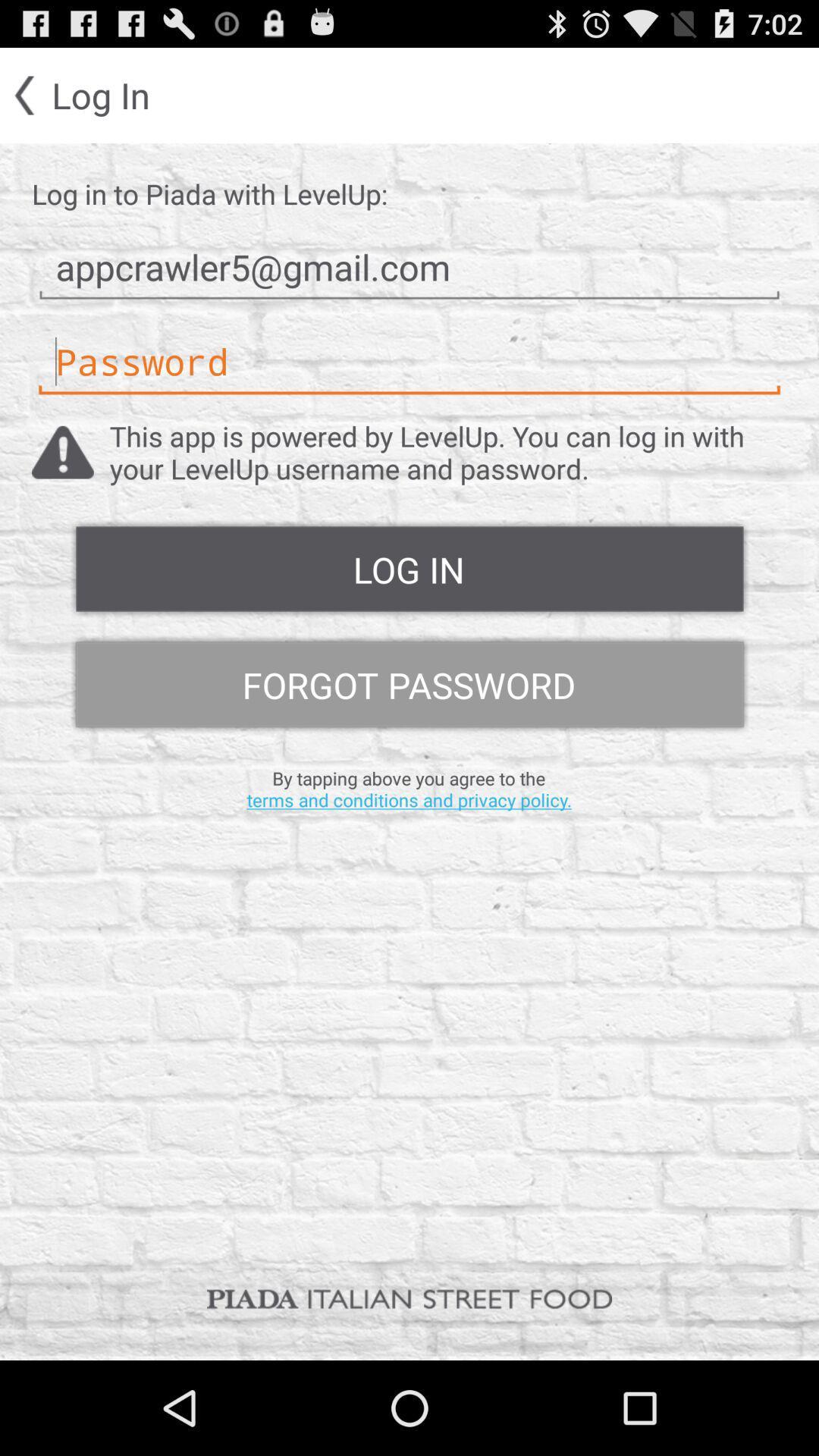 This screenshot has height=1456, width=819. Describe the element at coordinates (409, 361) in the screenshot. I see `password dialogue box` at that location.